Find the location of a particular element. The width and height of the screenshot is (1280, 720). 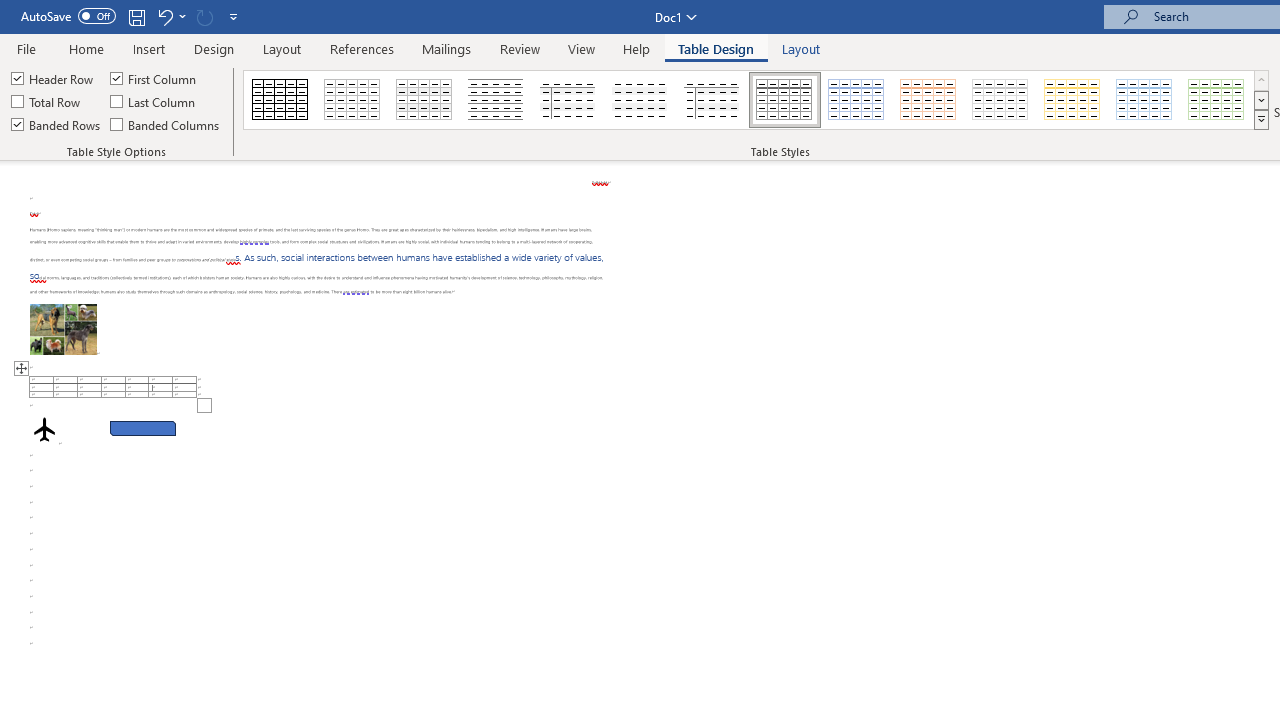

'Banded Columns' is located at coordinates (167, 124).